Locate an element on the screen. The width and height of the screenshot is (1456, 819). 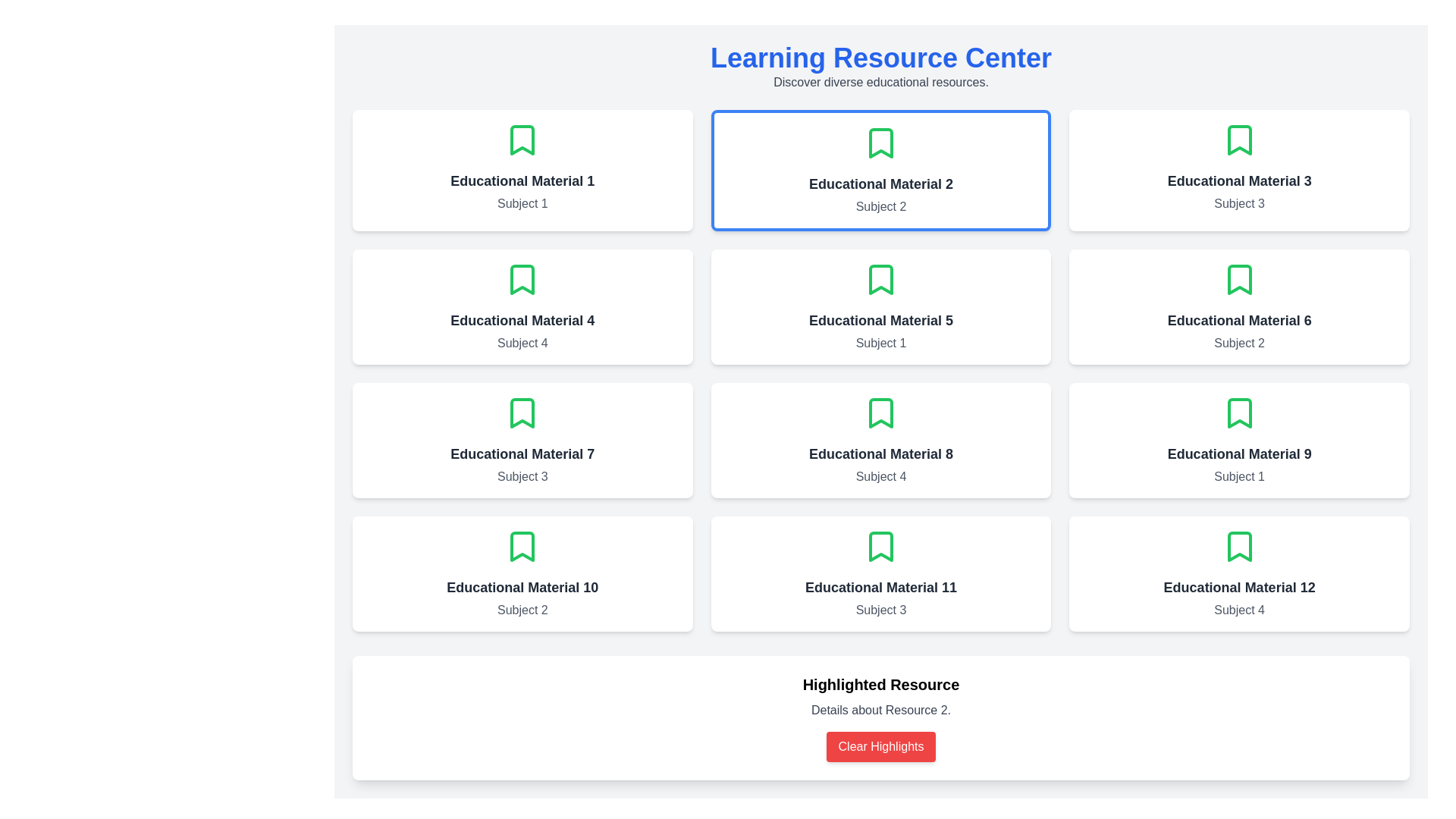
the Information card located at the bottom right corner of the grid to observe the zoom effect is located at coordinates (1239, 573).